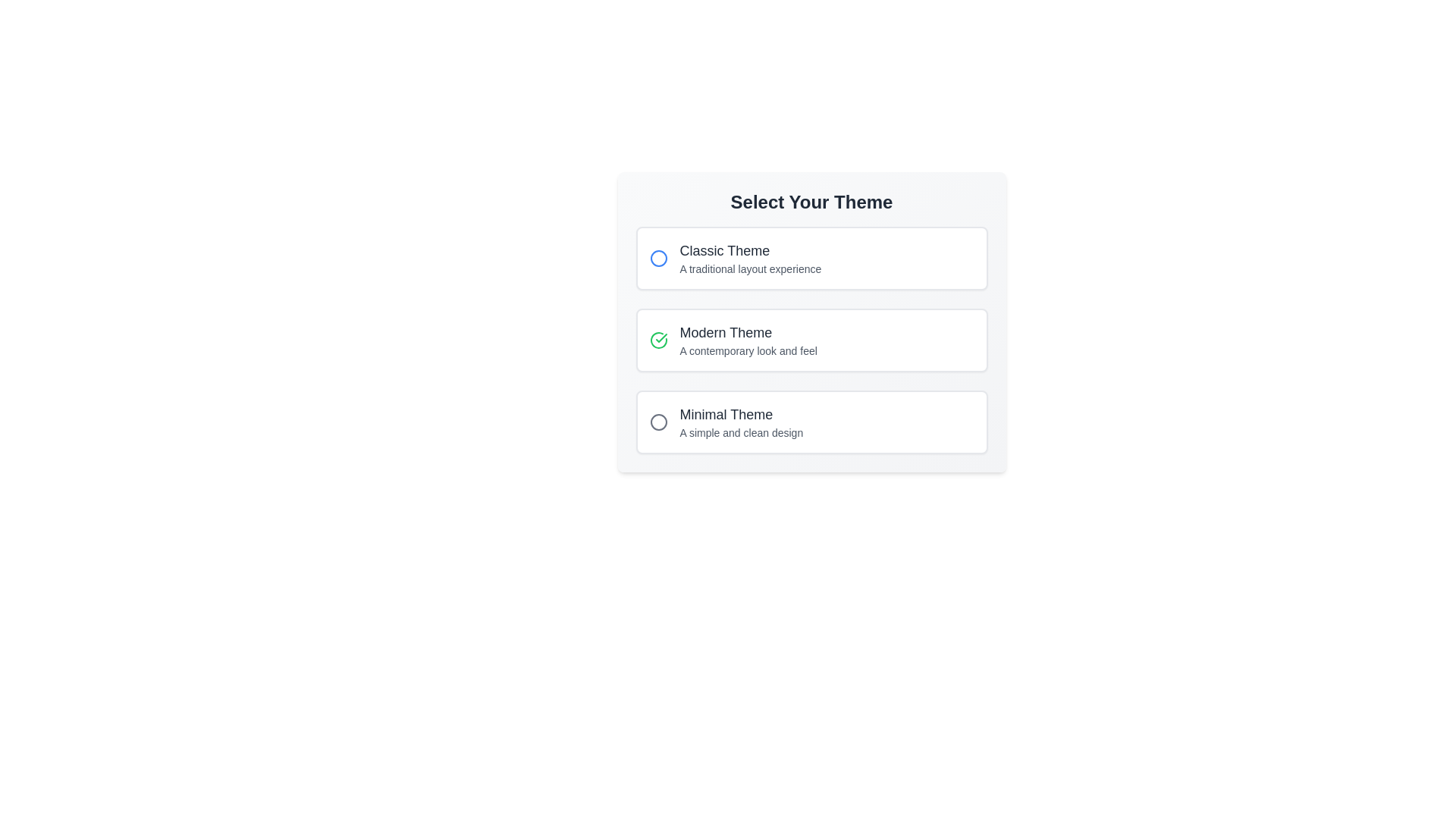 The height and width of the screenshot is (819, 1456). What do you see at coordinates (658, 257) in the screenshot?
I see `the circular icon representing the 'Classic Theme' option, which is located to the left of the label 'Classic Theme'` at bounding box center [658, 257].